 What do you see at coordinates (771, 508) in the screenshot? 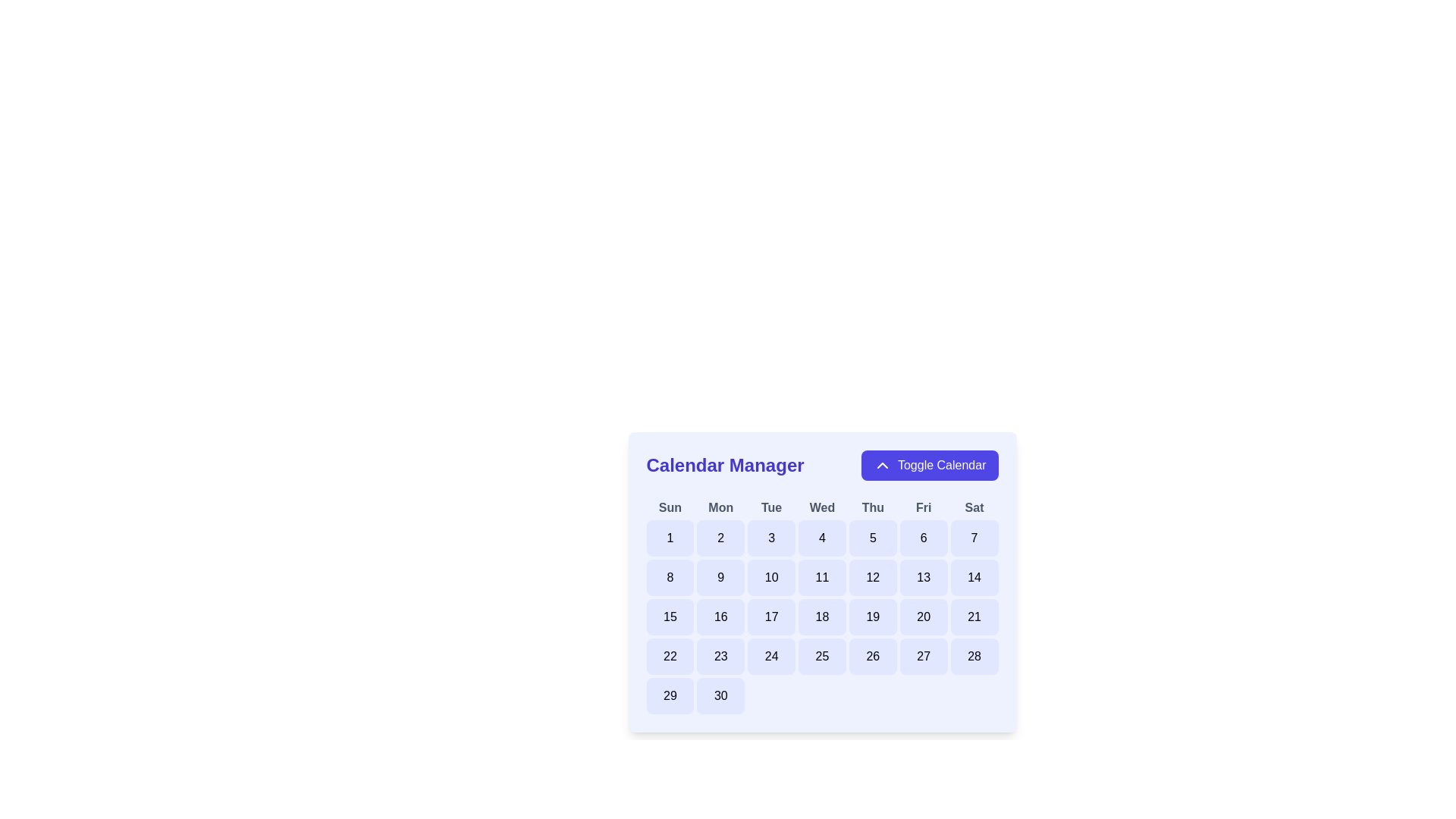
I see `the header label indicating Tuesday in the calendar view, which is the third item in a row of day abbreviations located at the top of the calendar grid` at bounding box center [771, 508].